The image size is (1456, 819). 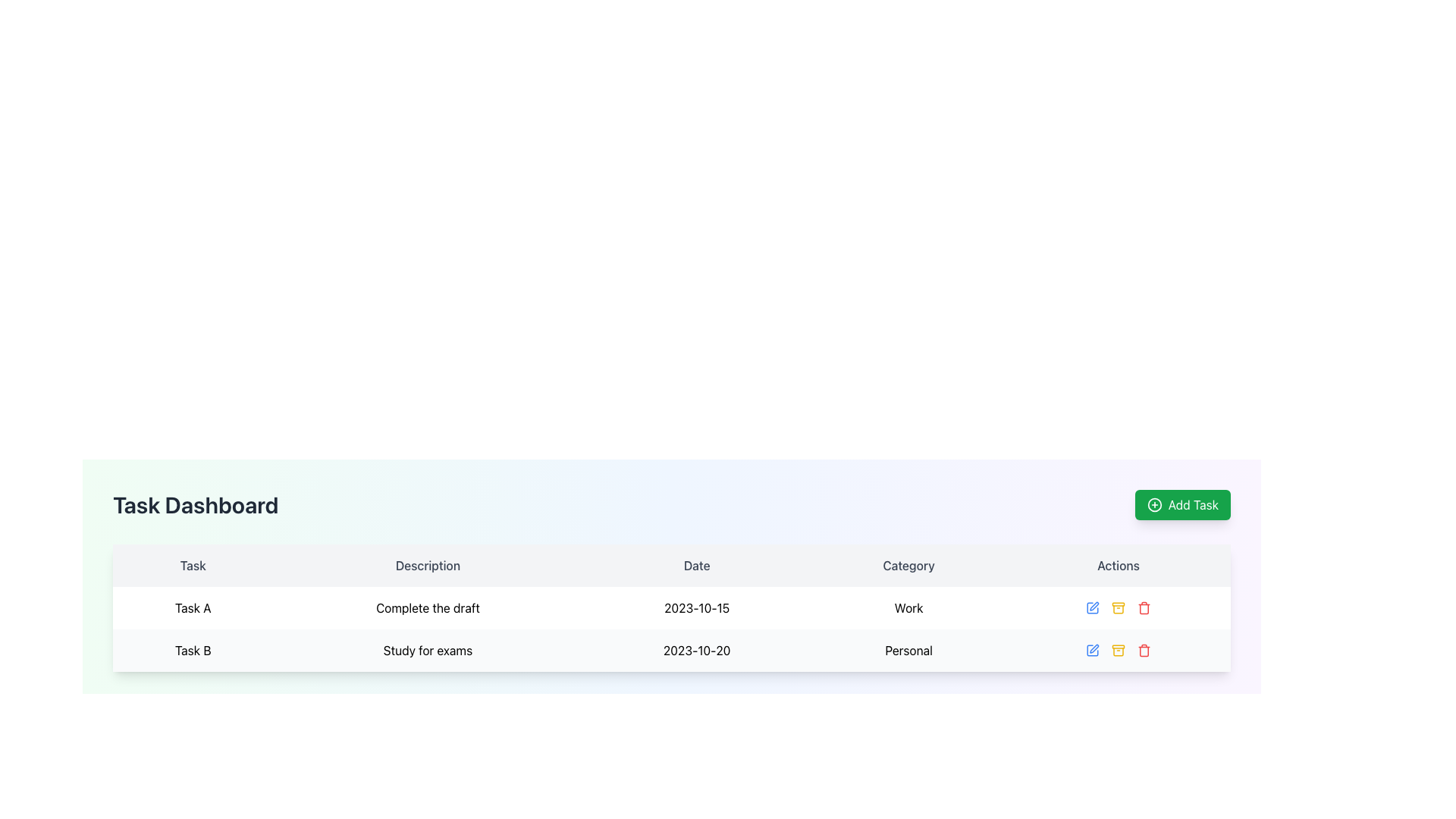 What do you see at coordinates (1094, 605) in the screenshot?
I see `the blue pen icon in the second row of the task table's 'Actions' column` at bounding box center [1094, 605].